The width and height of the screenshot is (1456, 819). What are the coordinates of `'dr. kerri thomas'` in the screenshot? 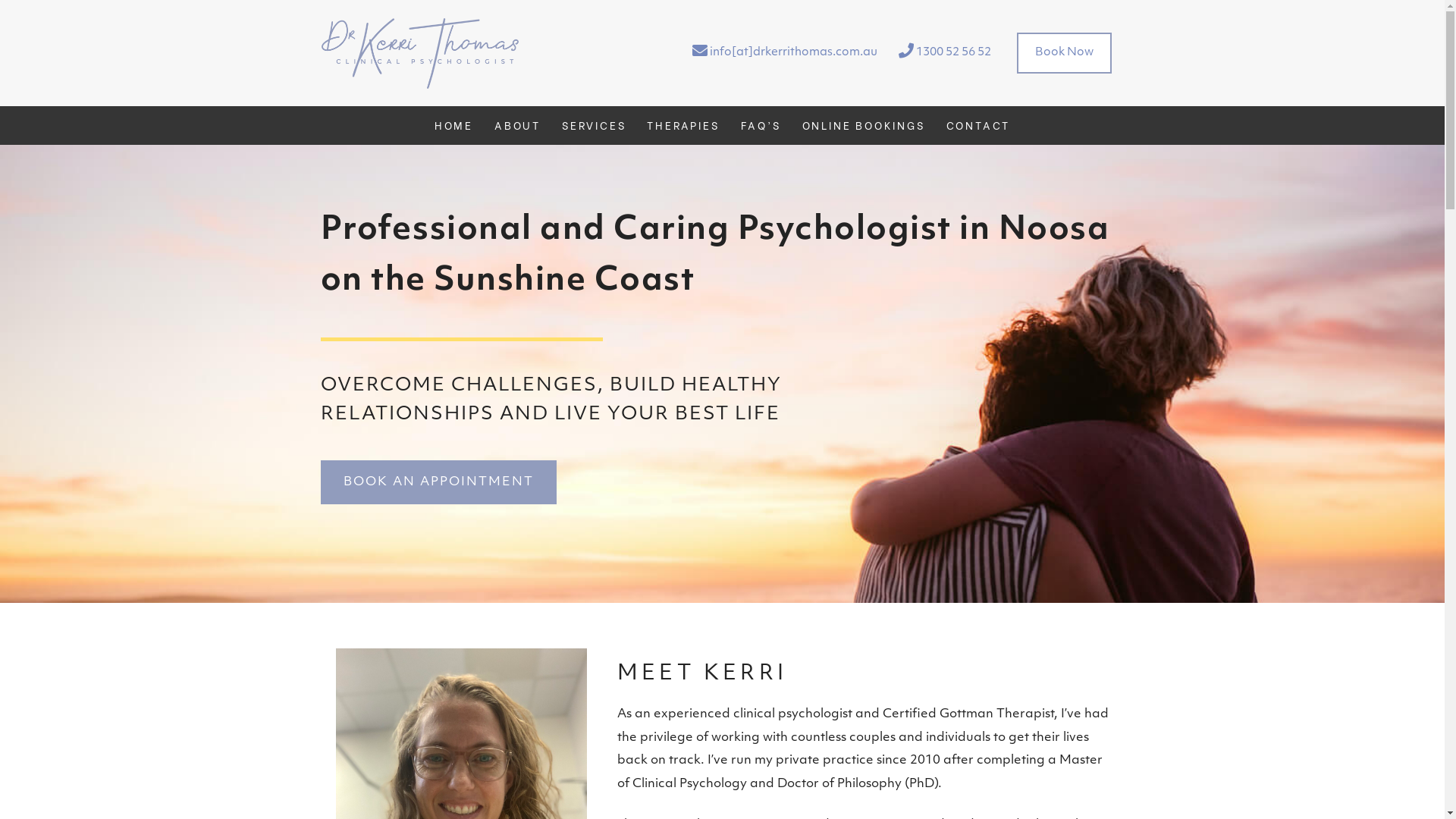 It's located at (320, 52).